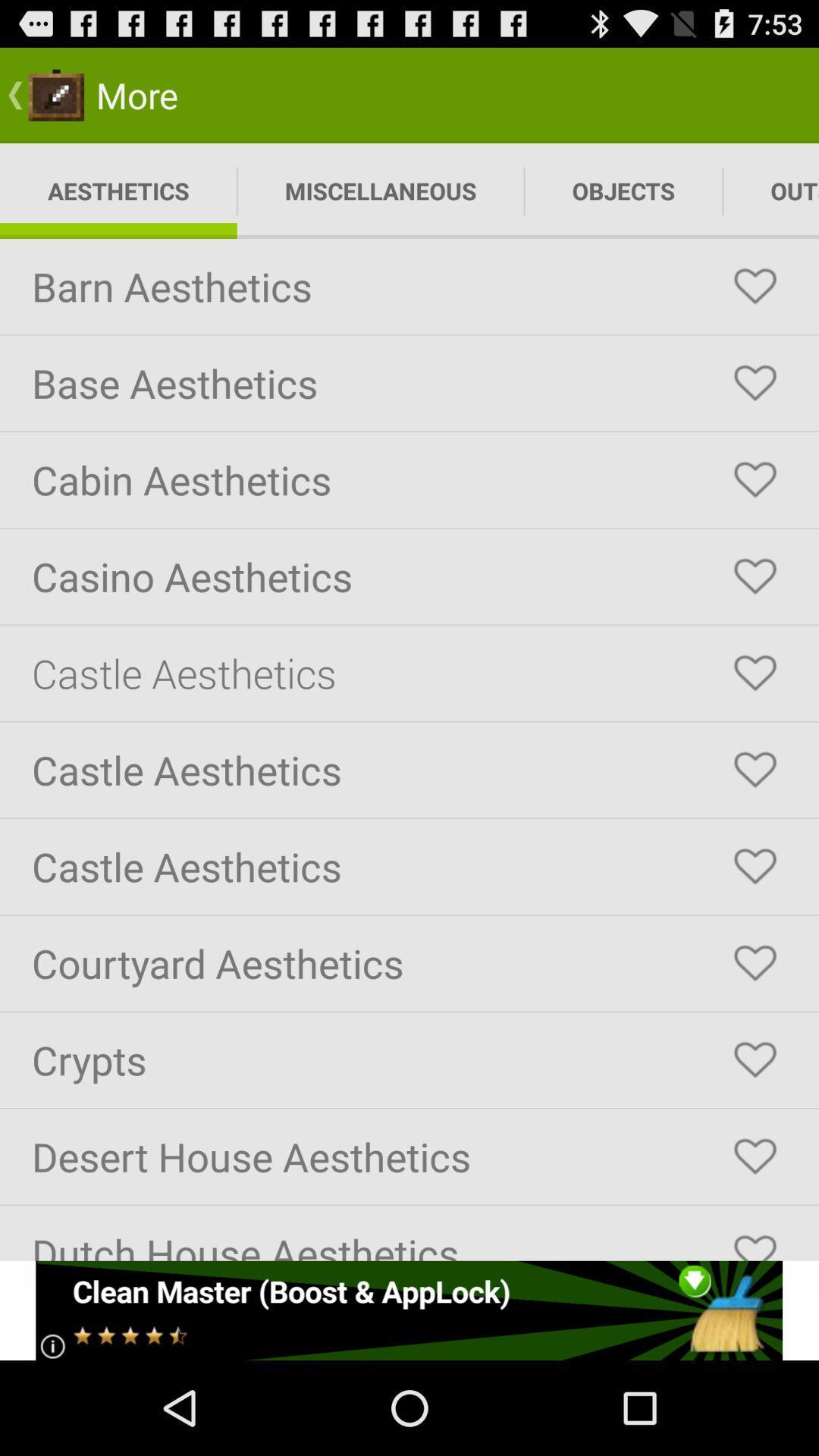 Image resolution: width=819 pixels, height=1456 pixels. Describe the element at coordinates (408, 1310) in the screenshot. I see `a link to an advertisement` at that location.